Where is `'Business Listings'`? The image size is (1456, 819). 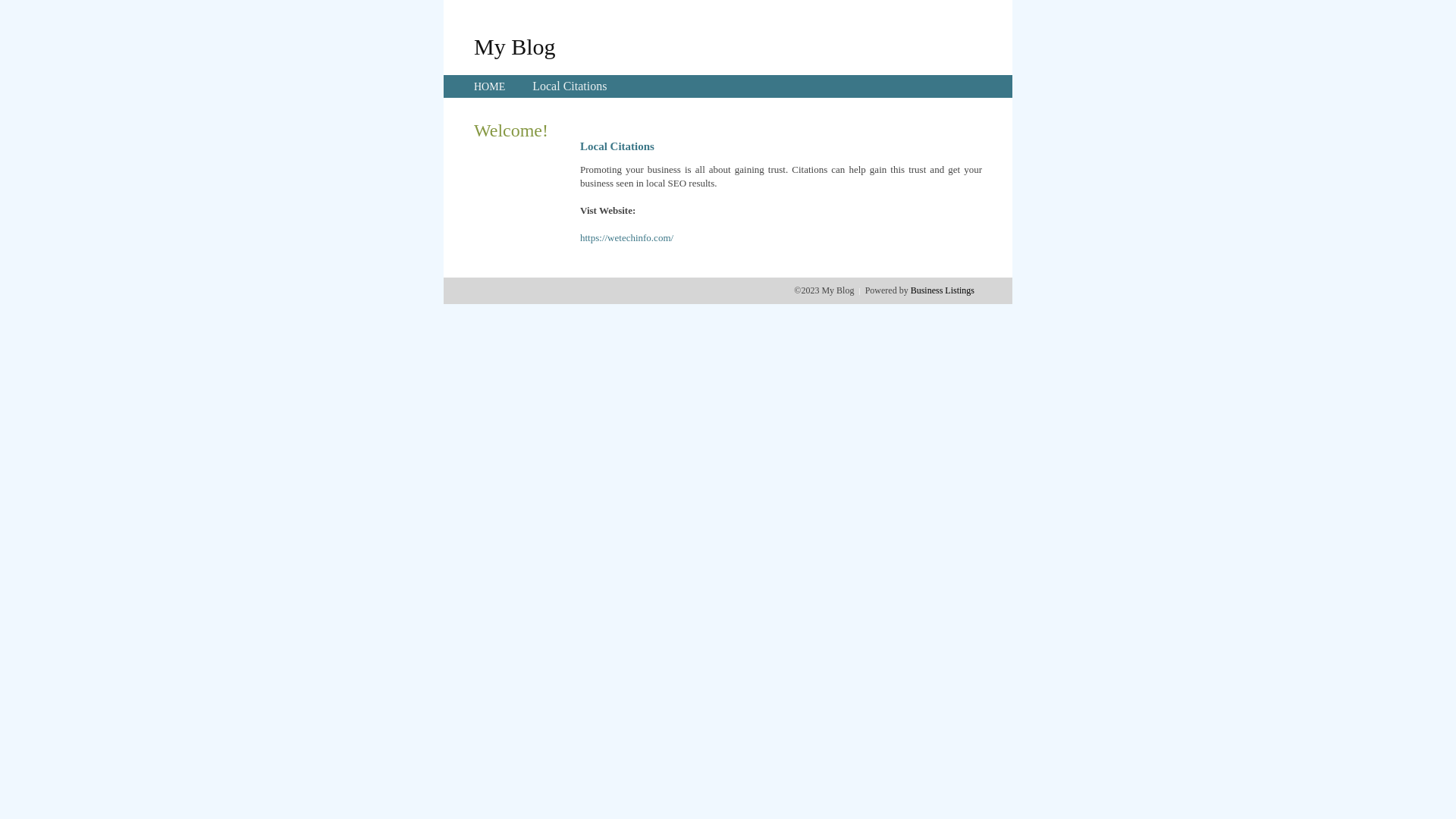
'Business Listings' is located at coordinates (942, 290).